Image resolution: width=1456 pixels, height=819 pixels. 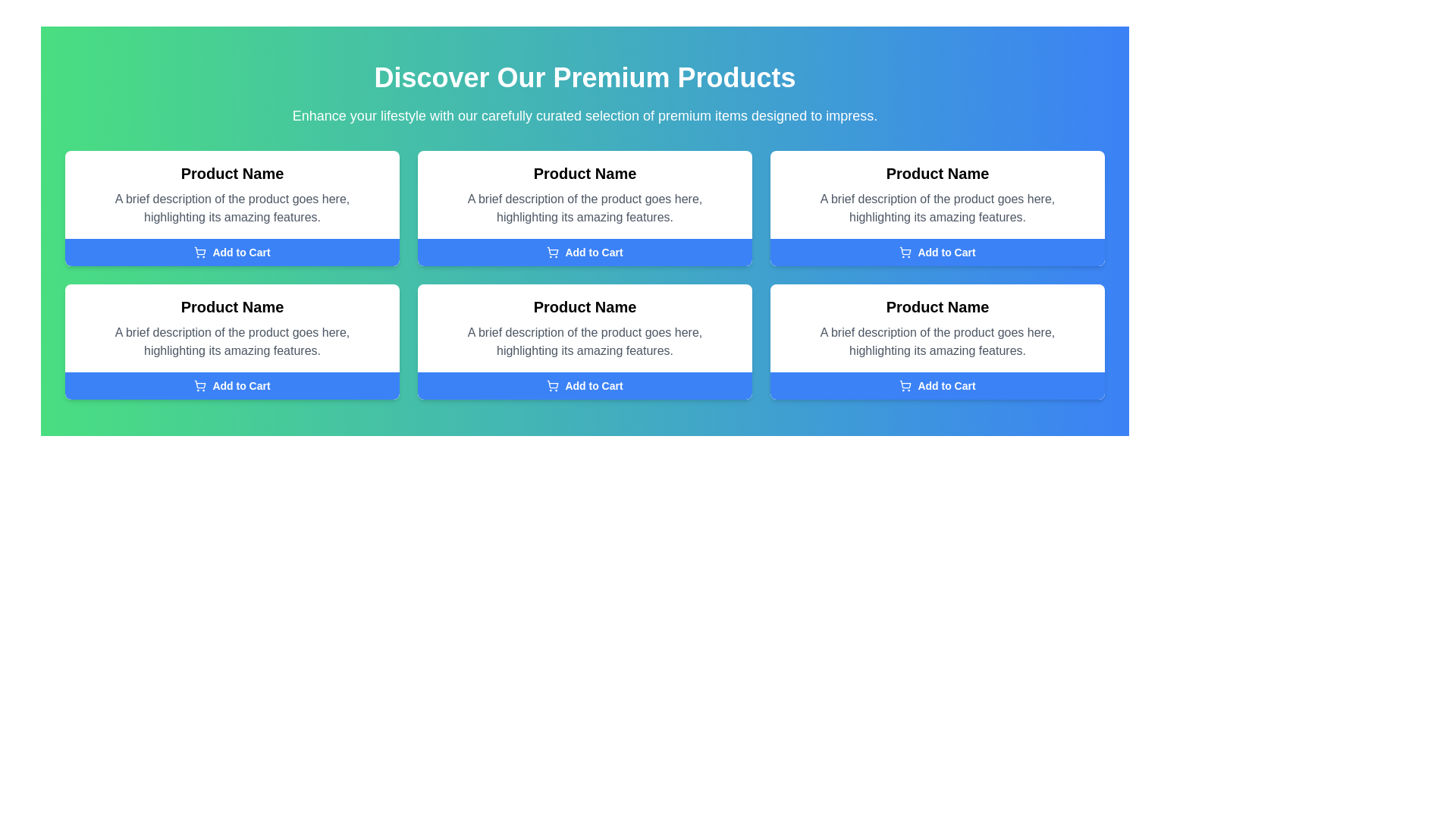 What do you see at coordinates (199, 251) in the screenshot?
I see `the shopping cart icon located on the leftmost side of the 'Add to Cart' button` at bounding box center [199, 251].